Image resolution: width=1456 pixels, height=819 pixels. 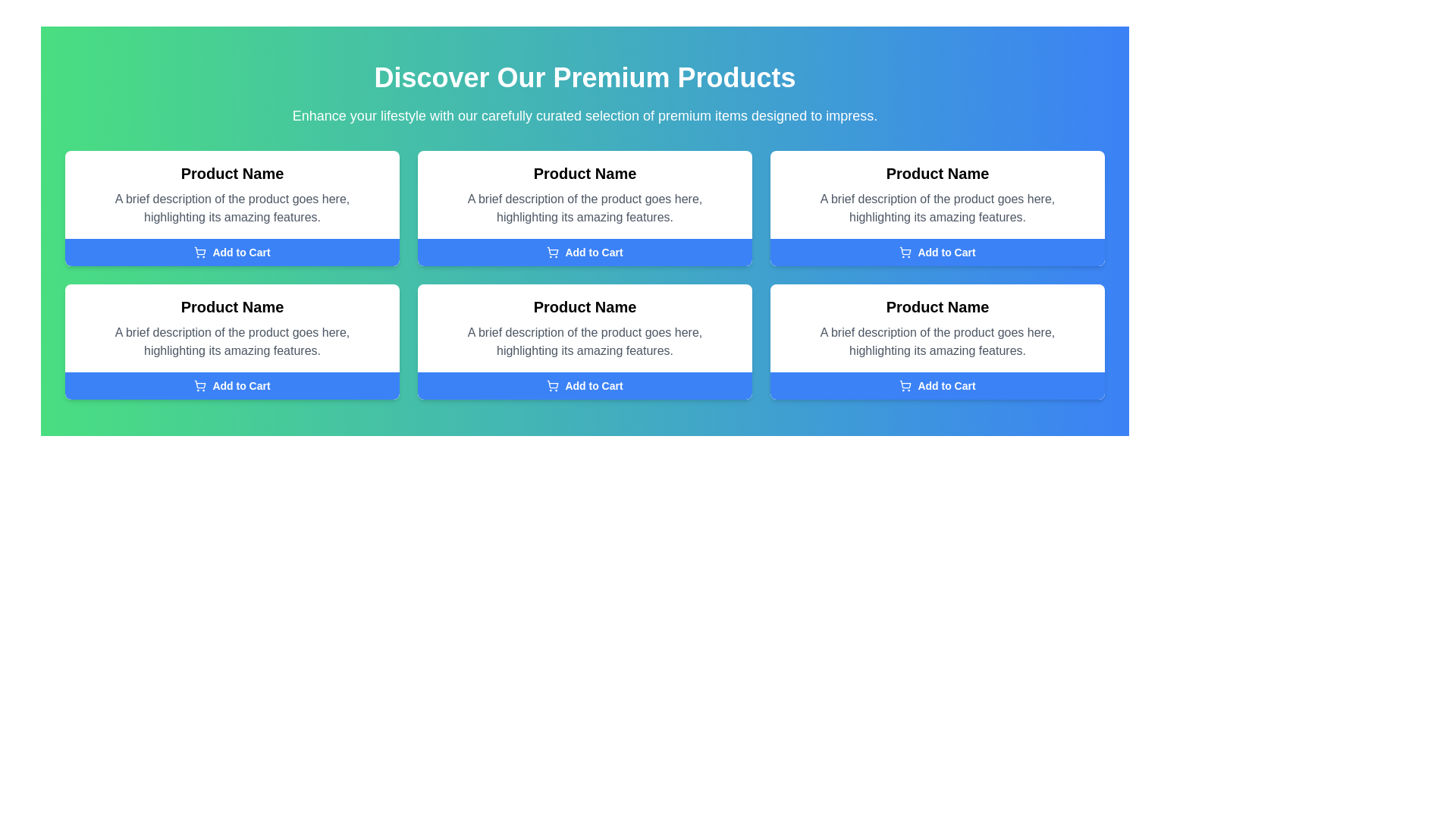 What do you see at coordinates (199, 251) in the screenshot?
I see `the shopping cart icon located on the leftmost side of the 'Add to Cart' button` at bounding box center [199, 251].